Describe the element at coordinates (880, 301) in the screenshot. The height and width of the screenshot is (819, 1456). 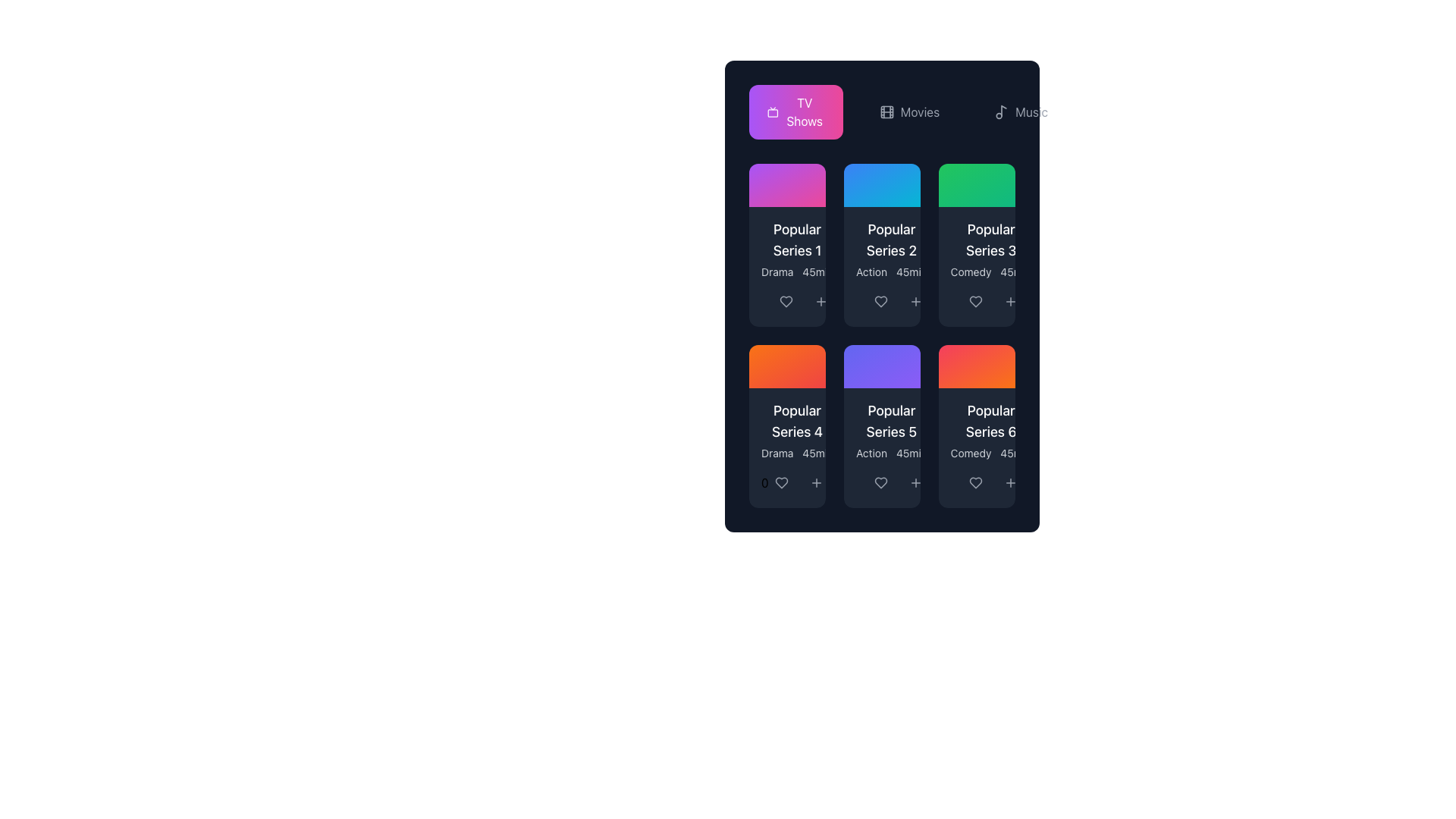
I see `the heart-shaped icon outlined in light gray, located in the bottom section of the card for 'Popular Series 2', centered near the bottom of the card, directly above the '+' icon` at that location.